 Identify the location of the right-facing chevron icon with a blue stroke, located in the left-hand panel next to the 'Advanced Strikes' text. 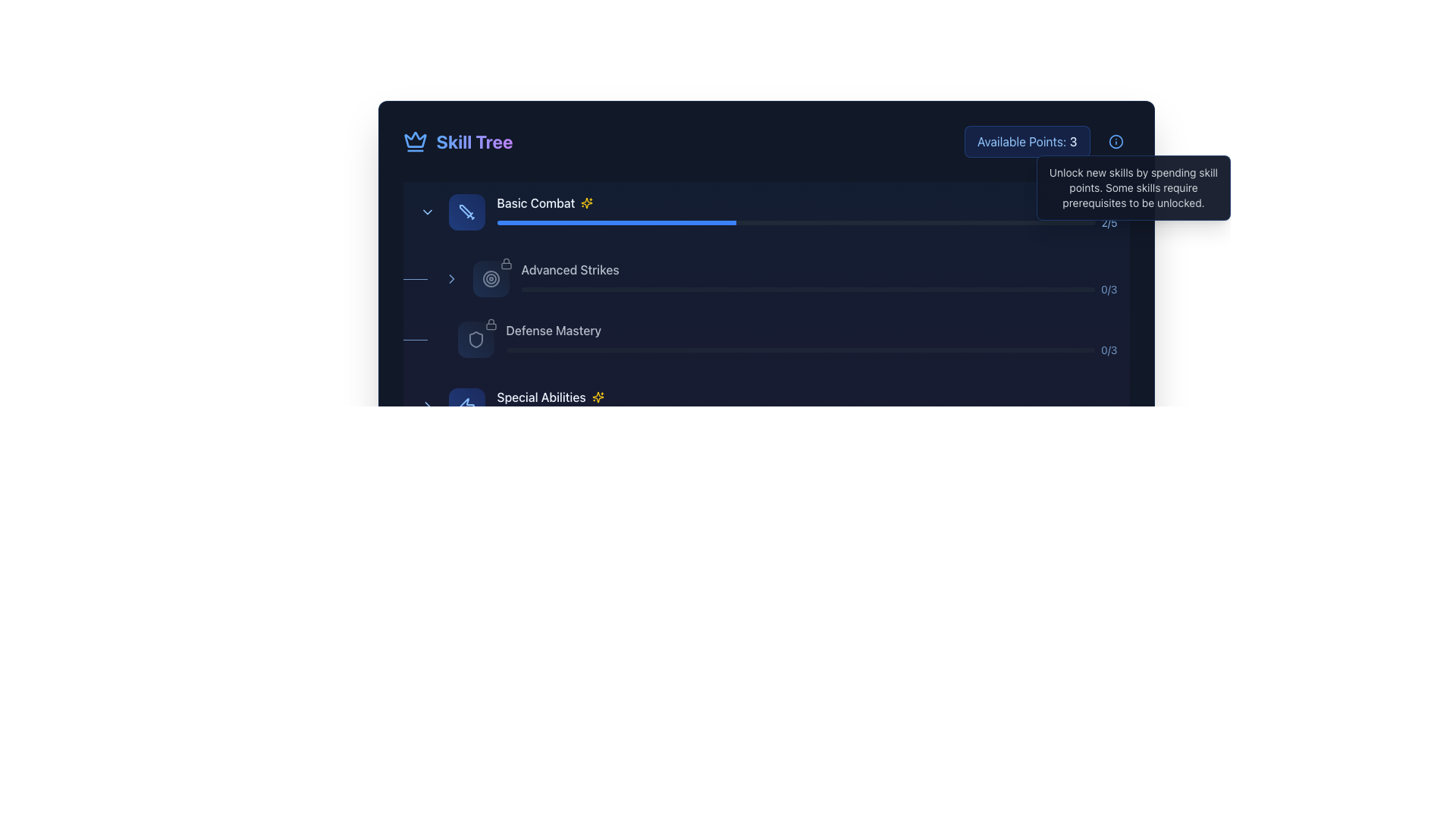
(450, 278).